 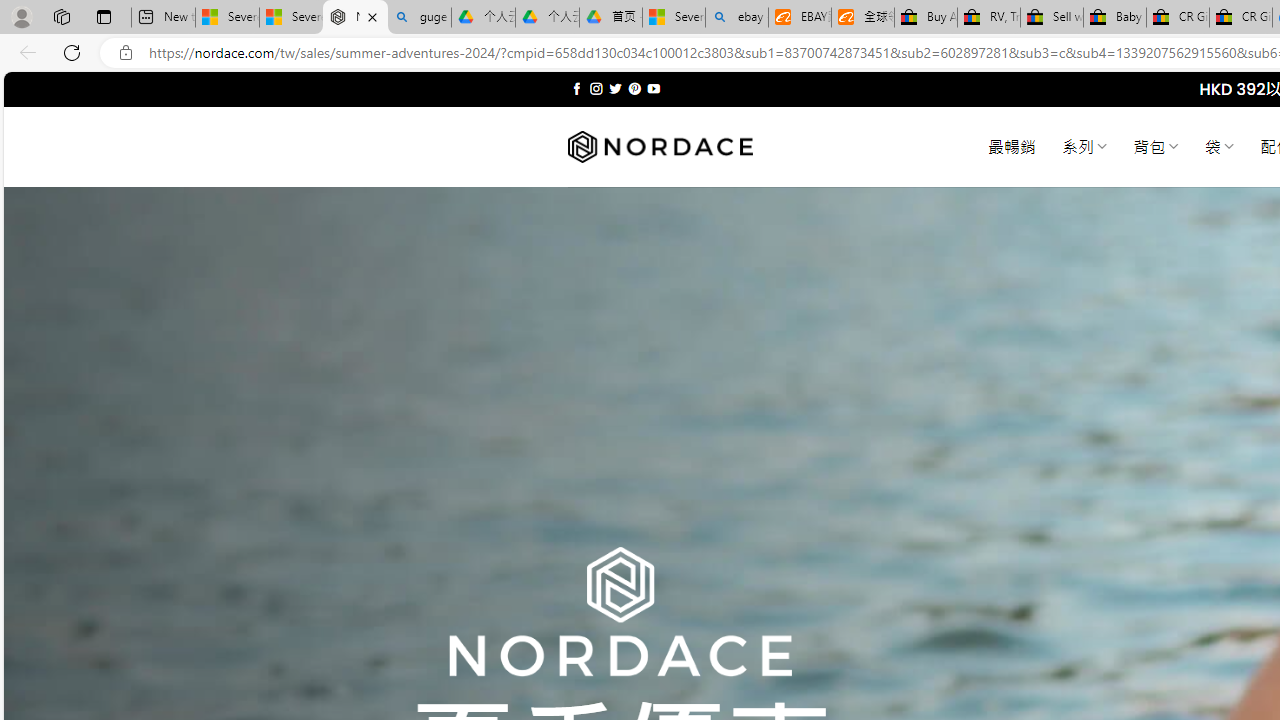 I want to click on 'Tab actions menu', so click(x=103, y=16).